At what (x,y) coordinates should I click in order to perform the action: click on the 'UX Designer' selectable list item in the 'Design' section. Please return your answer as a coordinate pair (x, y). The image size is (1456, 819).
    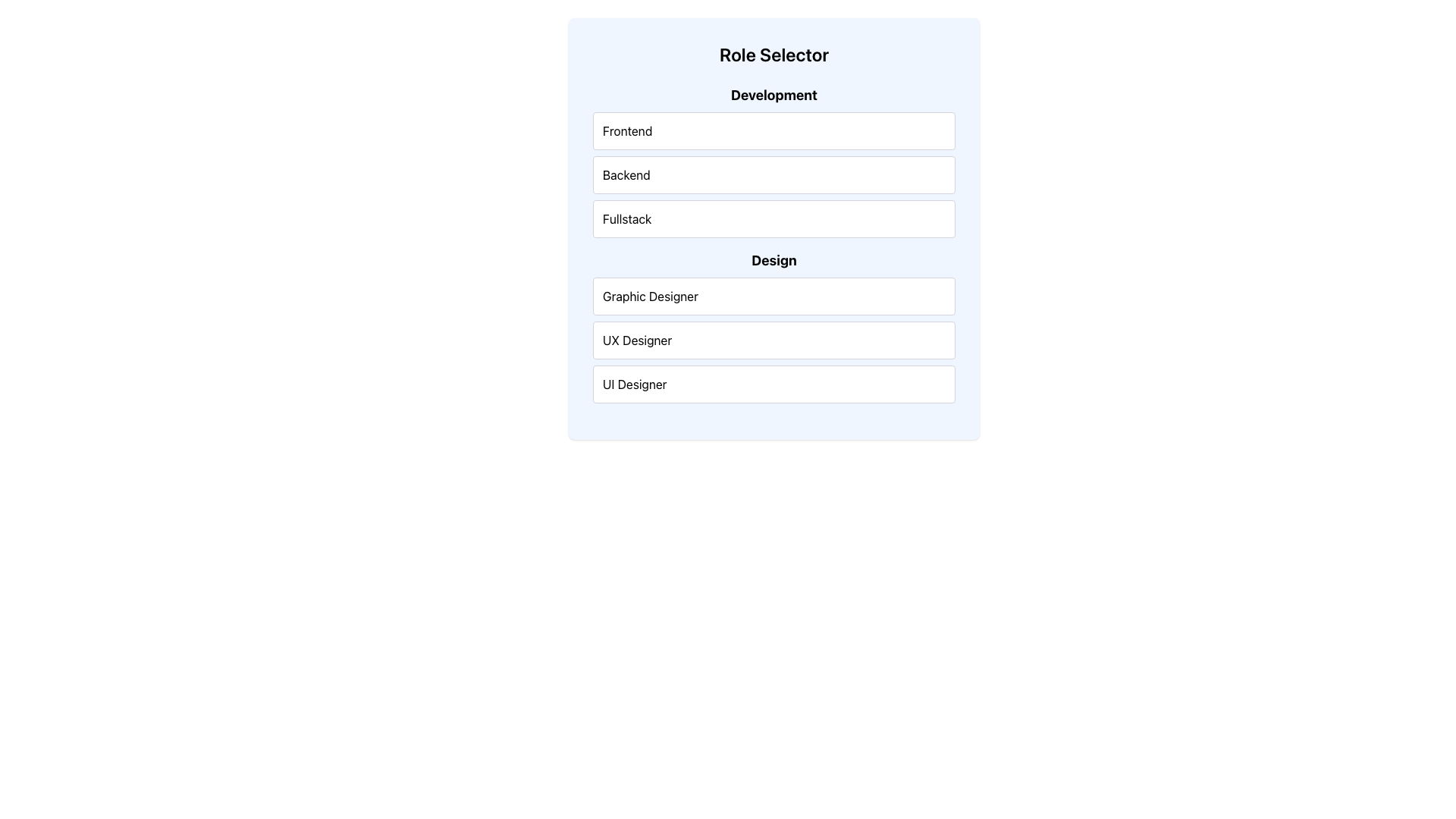
    Looking at the image, I should click on (774, 339).